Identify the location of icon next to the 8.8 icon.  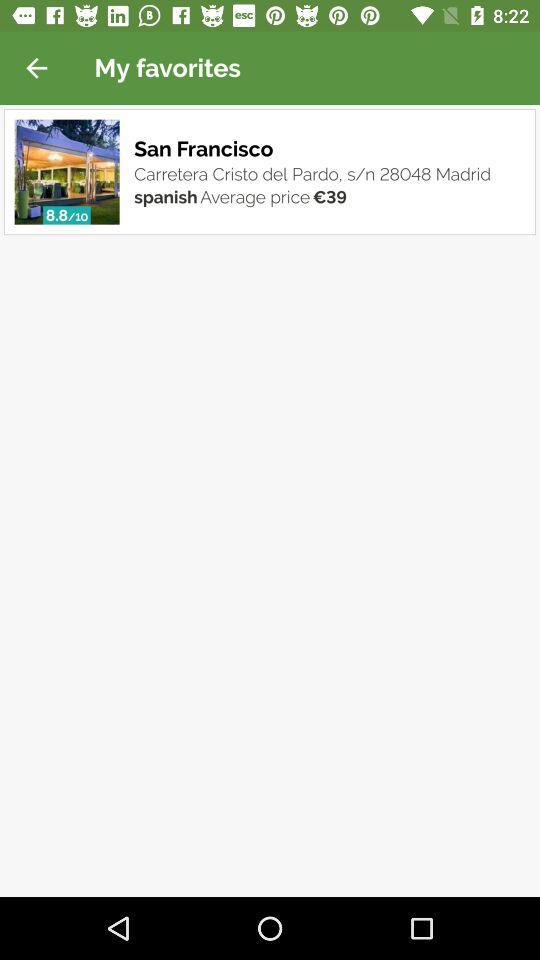
(76, 217).